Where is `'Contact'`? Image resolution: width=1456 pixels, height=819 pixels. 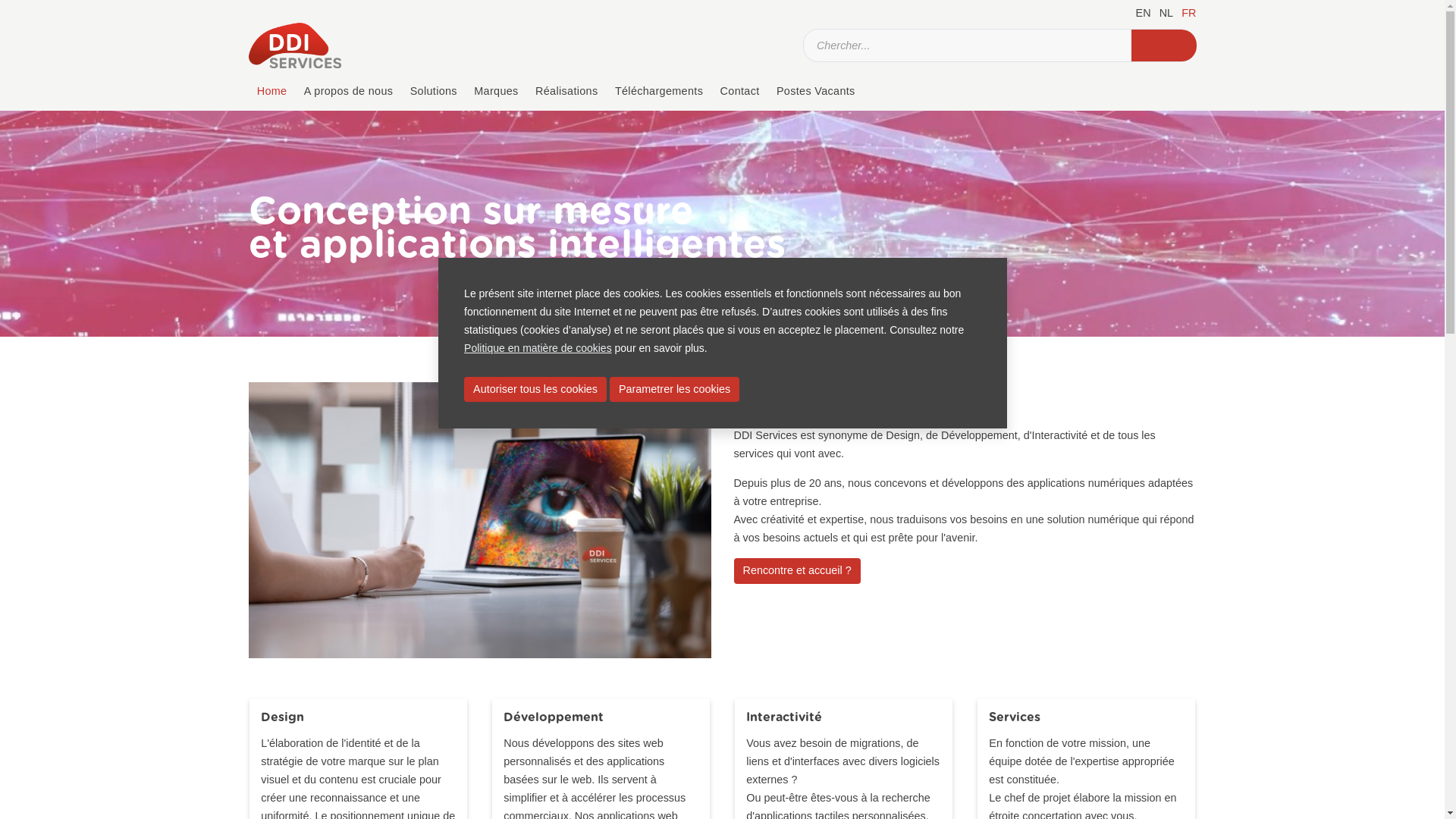 'Contact' is located at coordinates (710, 91).